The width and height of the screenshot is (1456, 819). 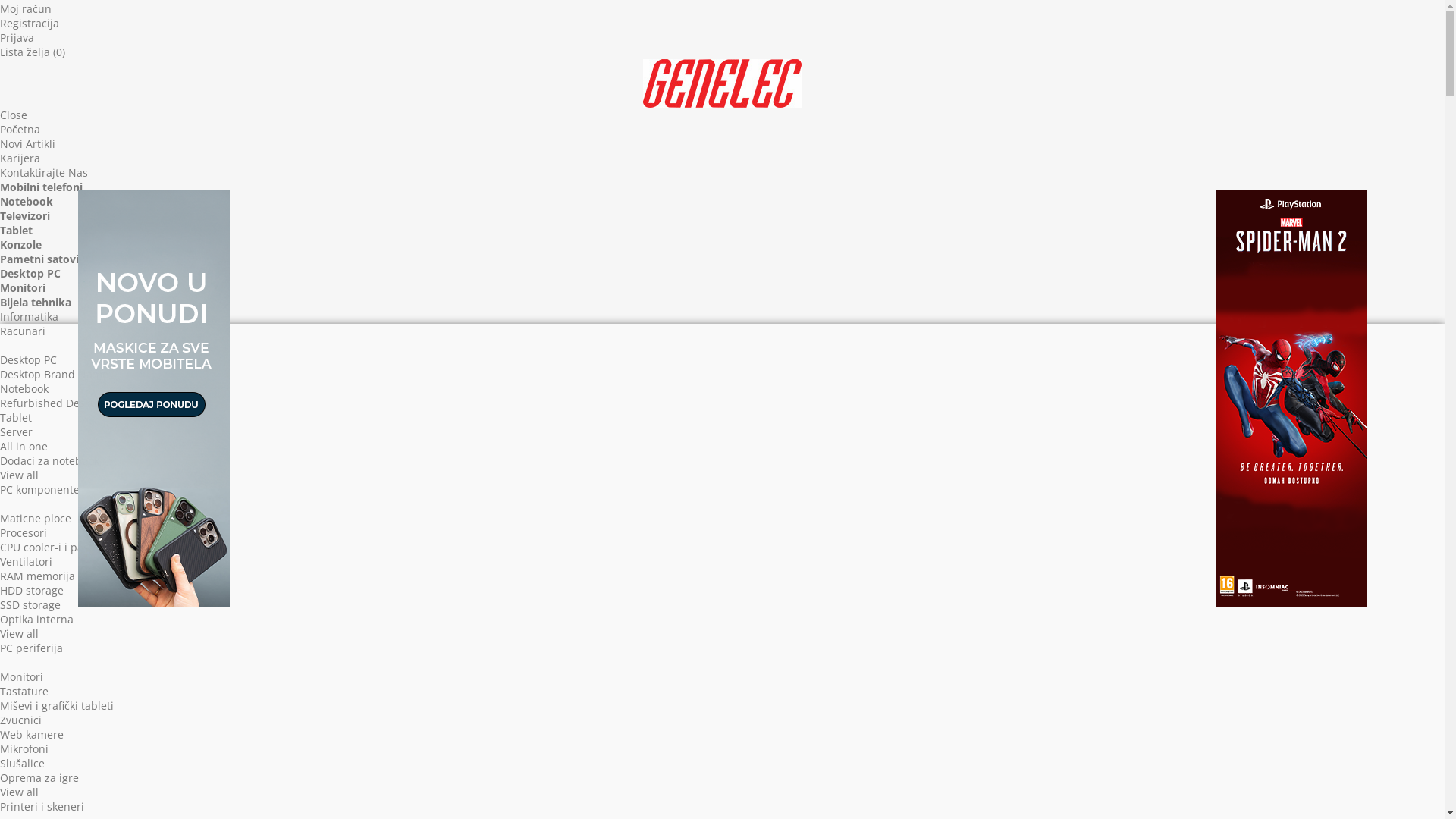 What do you see at coordinates (53, 402) in the screenshot?
I see `'Refurbished Desktop'` at bounding box center [53, 402].